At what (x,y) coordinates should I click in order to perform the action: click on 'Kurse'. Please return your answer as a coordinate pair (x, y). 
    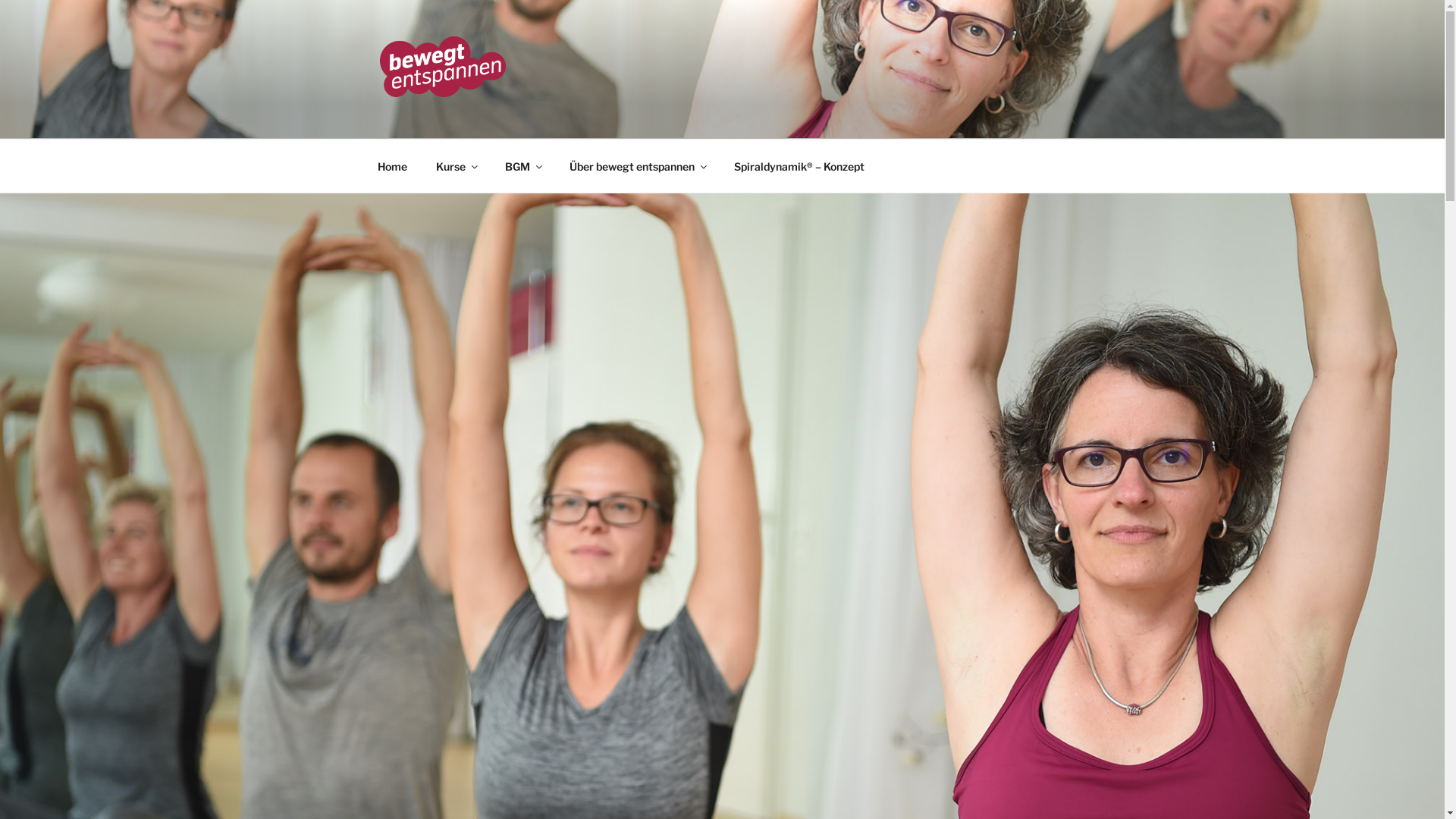
    Looking at the image, I should click on (422, 165).